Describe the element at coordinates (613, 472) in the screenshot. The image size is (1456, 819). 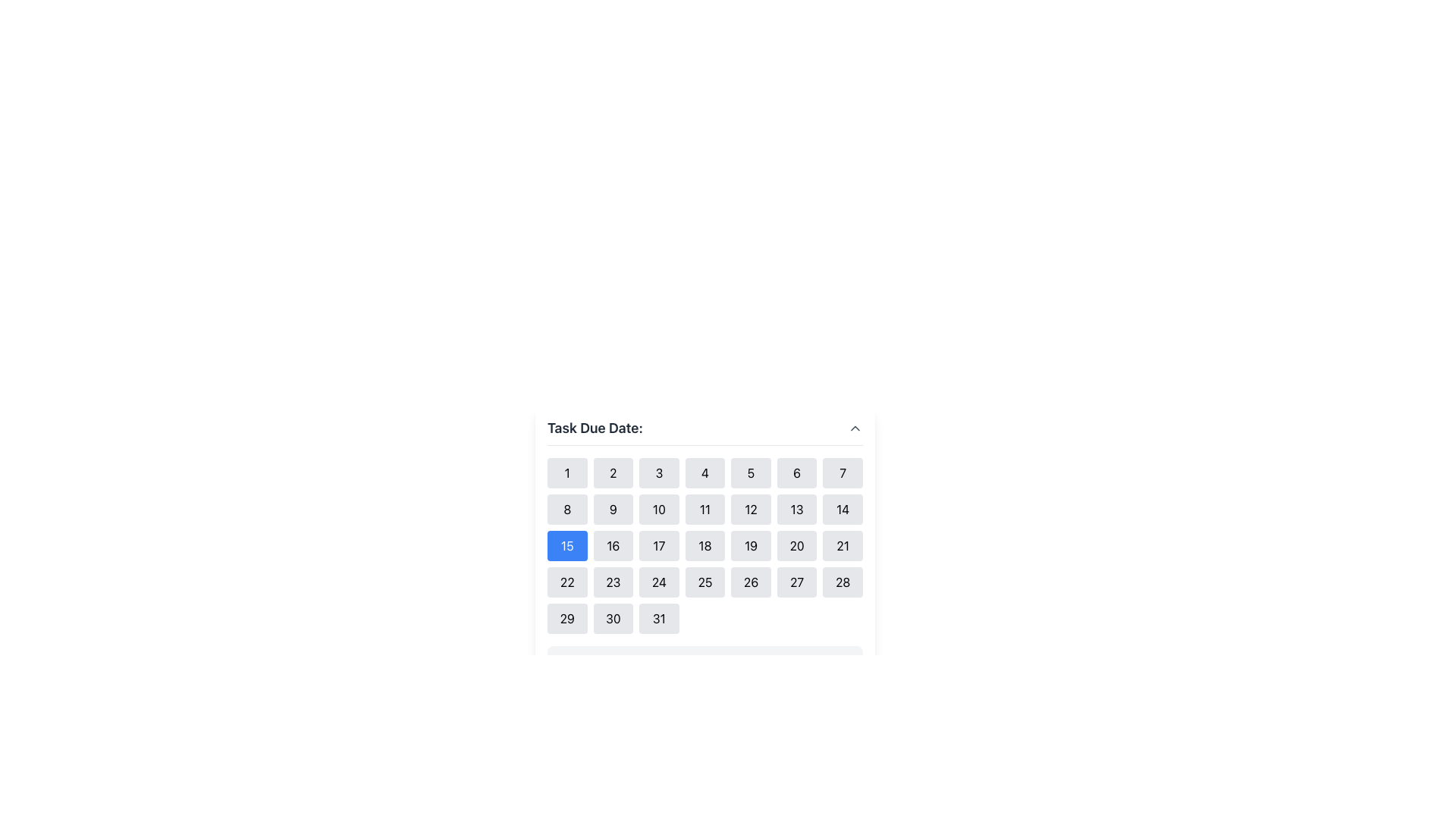
I see `the selectable date button labeled '2' in the calendar interface` at that location.